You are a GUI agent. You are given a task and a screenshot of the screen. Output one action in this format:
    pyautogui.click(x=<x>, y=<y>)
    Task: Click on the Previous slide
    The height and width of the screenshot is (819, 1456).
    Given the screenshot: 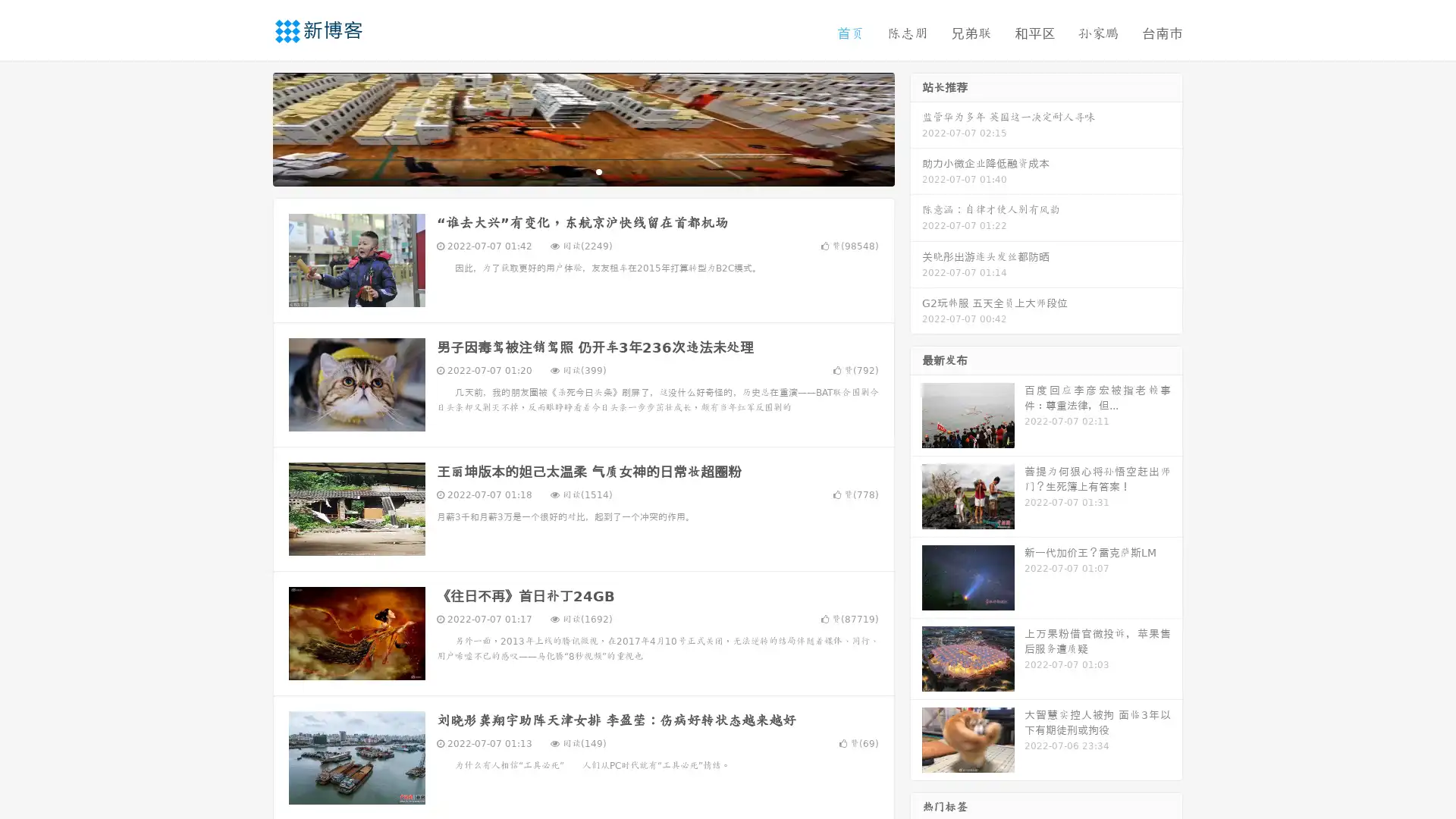 What is the action you would take?
    pyautogui.click(x=250, y=127)
    